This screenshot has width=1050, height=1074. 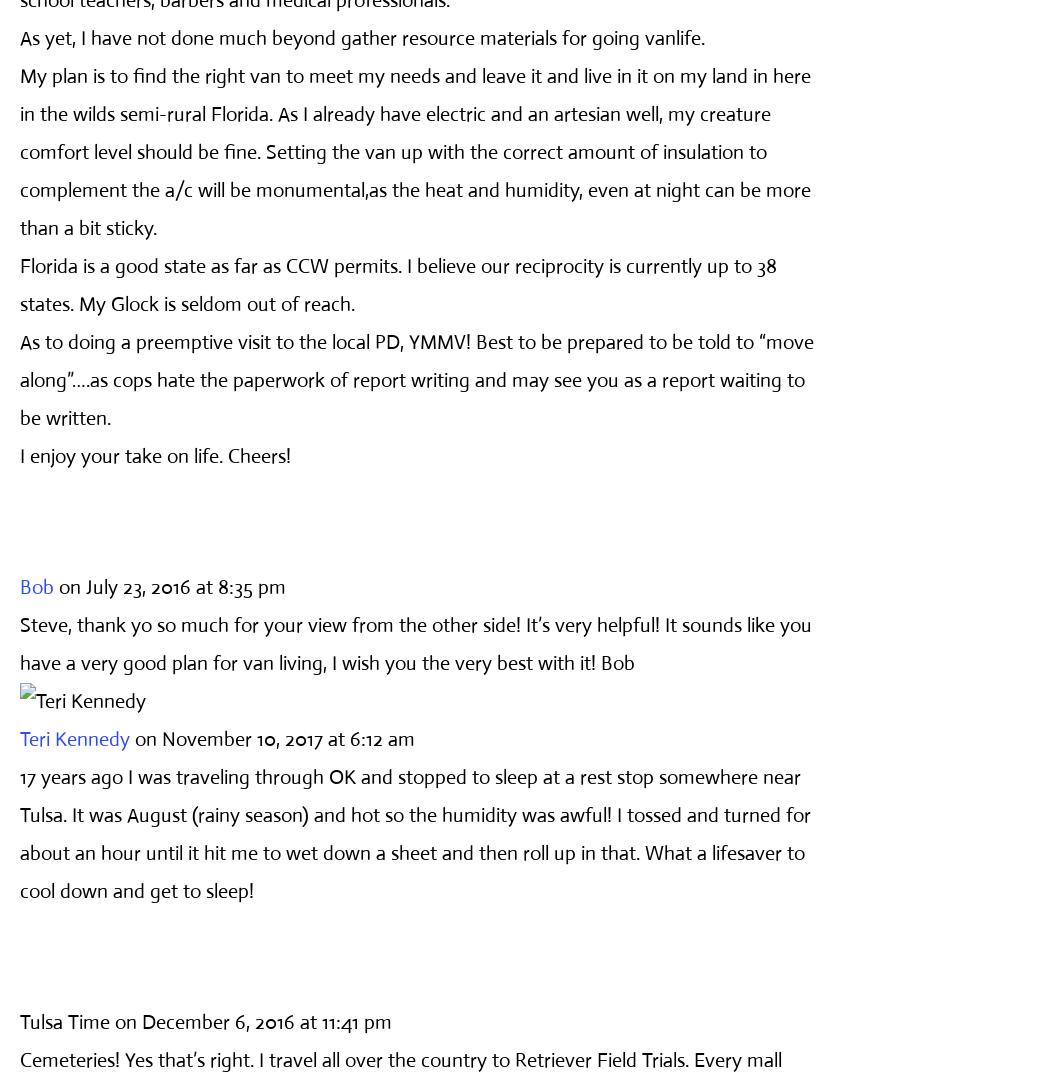 I want to click on 'Florida is a good state as far as CCW permits. I believe our reciprocity is currently up to 38 states. My Glock is seldom out of reach.', so click(x=398, y=284).